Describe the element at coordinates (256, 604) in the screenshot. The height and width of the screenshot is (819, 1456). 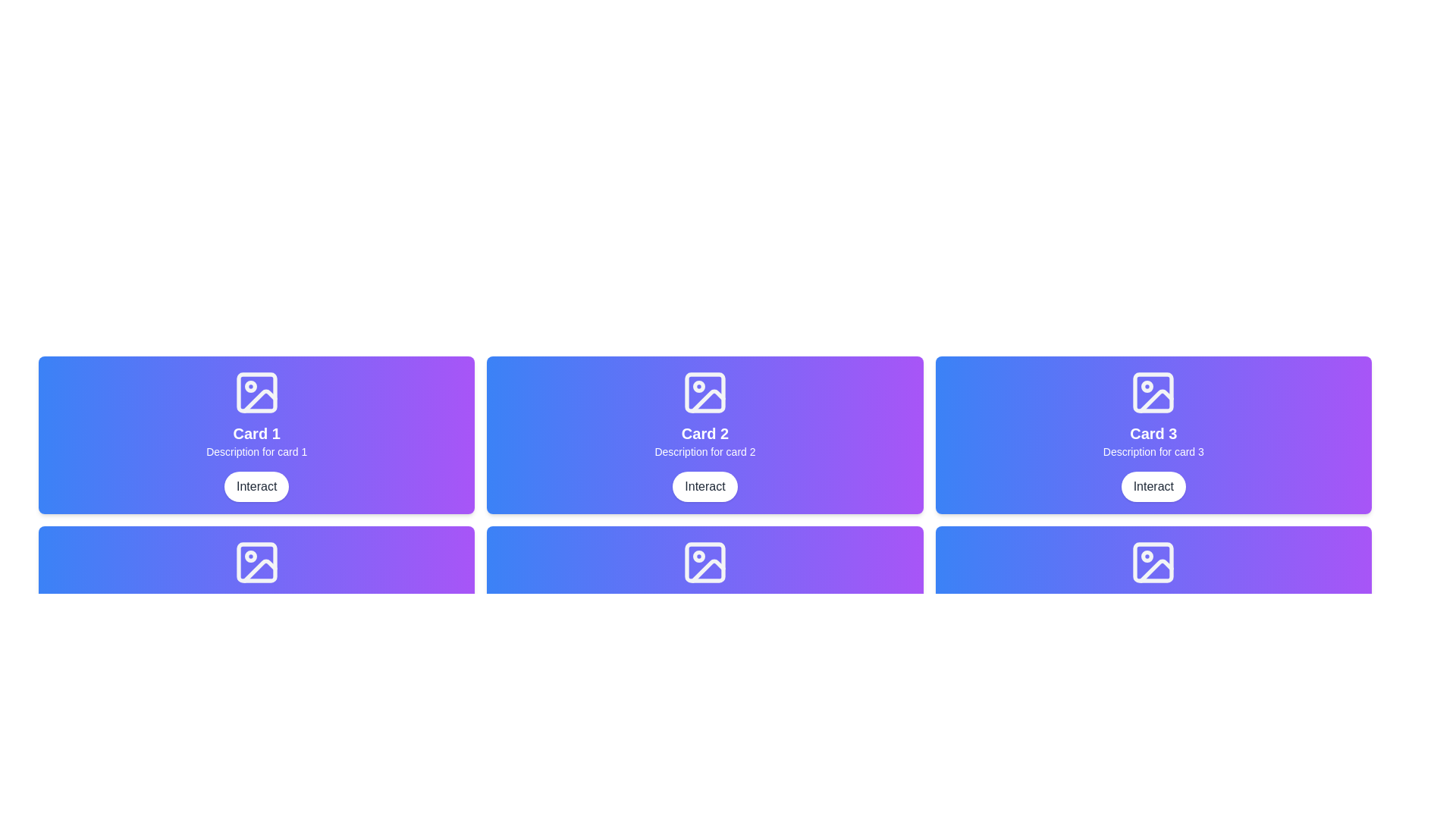
I see `the icon of the Card Component labeled 'Card 4' located in the bottom-left section of the grid layout` at that location.